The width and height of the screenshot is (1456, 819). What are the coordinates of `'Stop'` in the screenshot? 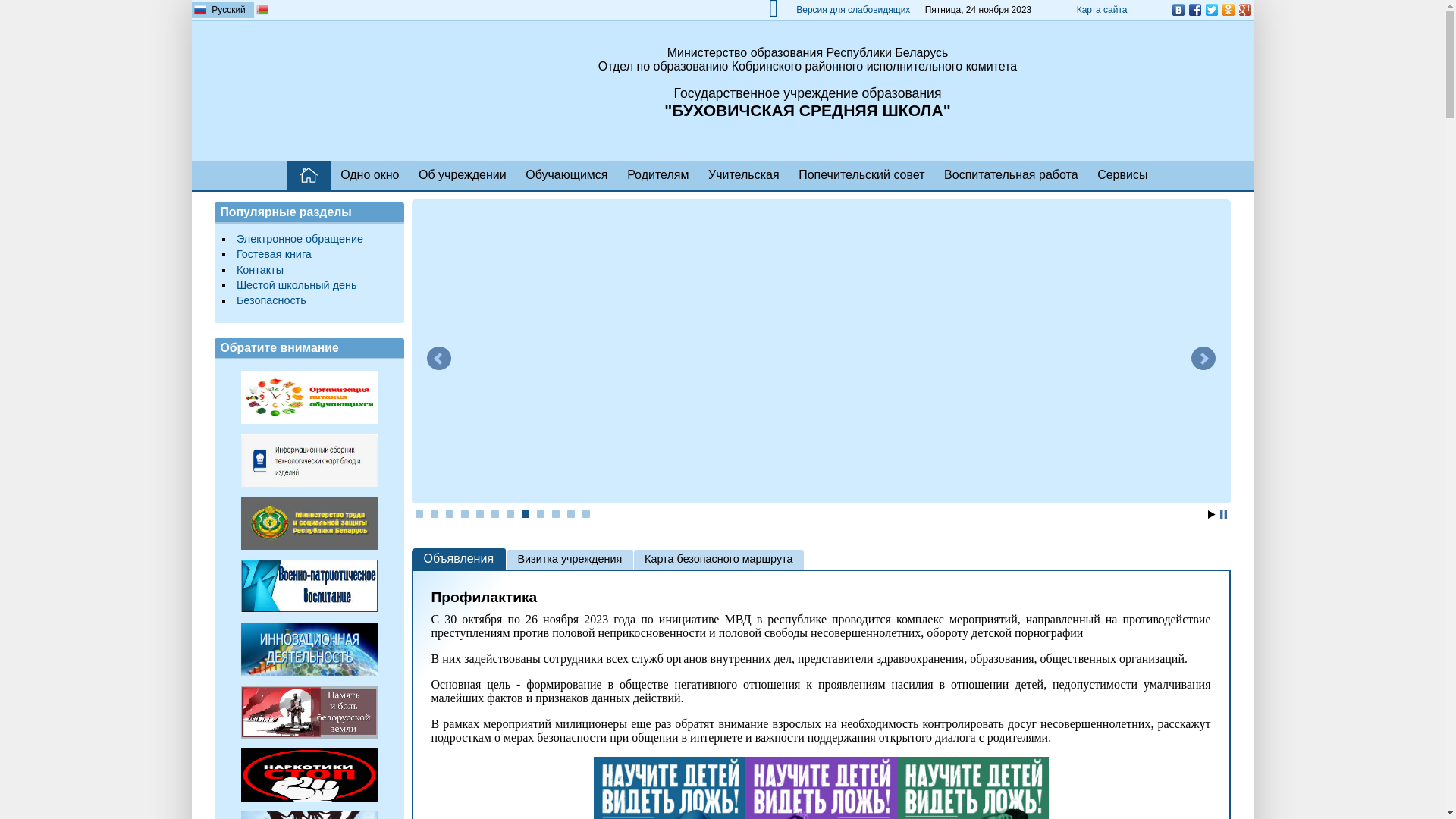 It's located at (1222, 513).